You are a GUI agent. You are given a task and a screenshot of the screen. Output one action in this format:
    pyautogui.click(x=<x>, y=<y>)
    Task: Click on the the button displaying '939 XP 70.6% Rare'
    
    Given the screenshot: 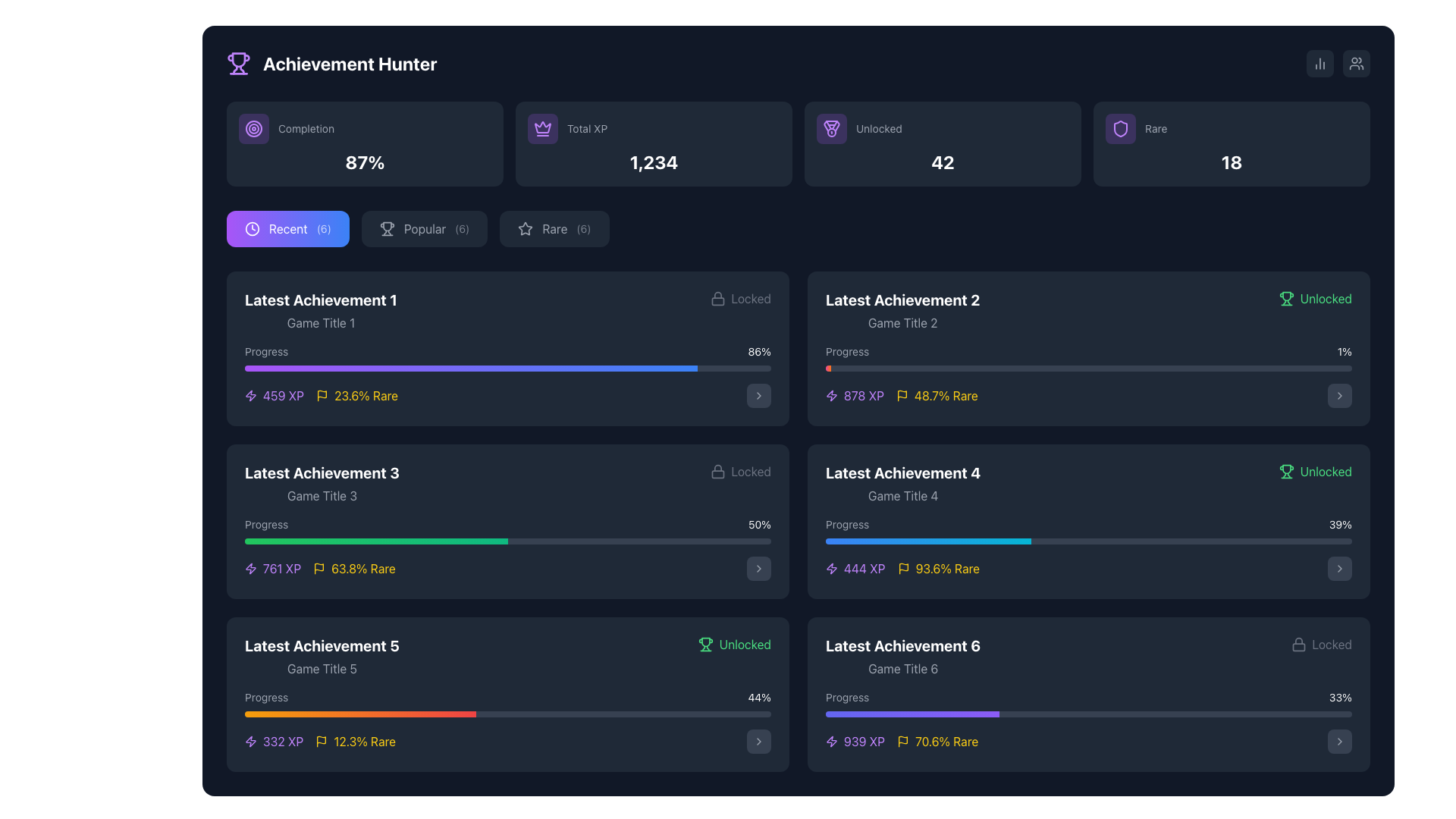 What is the action you would take?
    pyautogui.click(x=1339, y=741)
    